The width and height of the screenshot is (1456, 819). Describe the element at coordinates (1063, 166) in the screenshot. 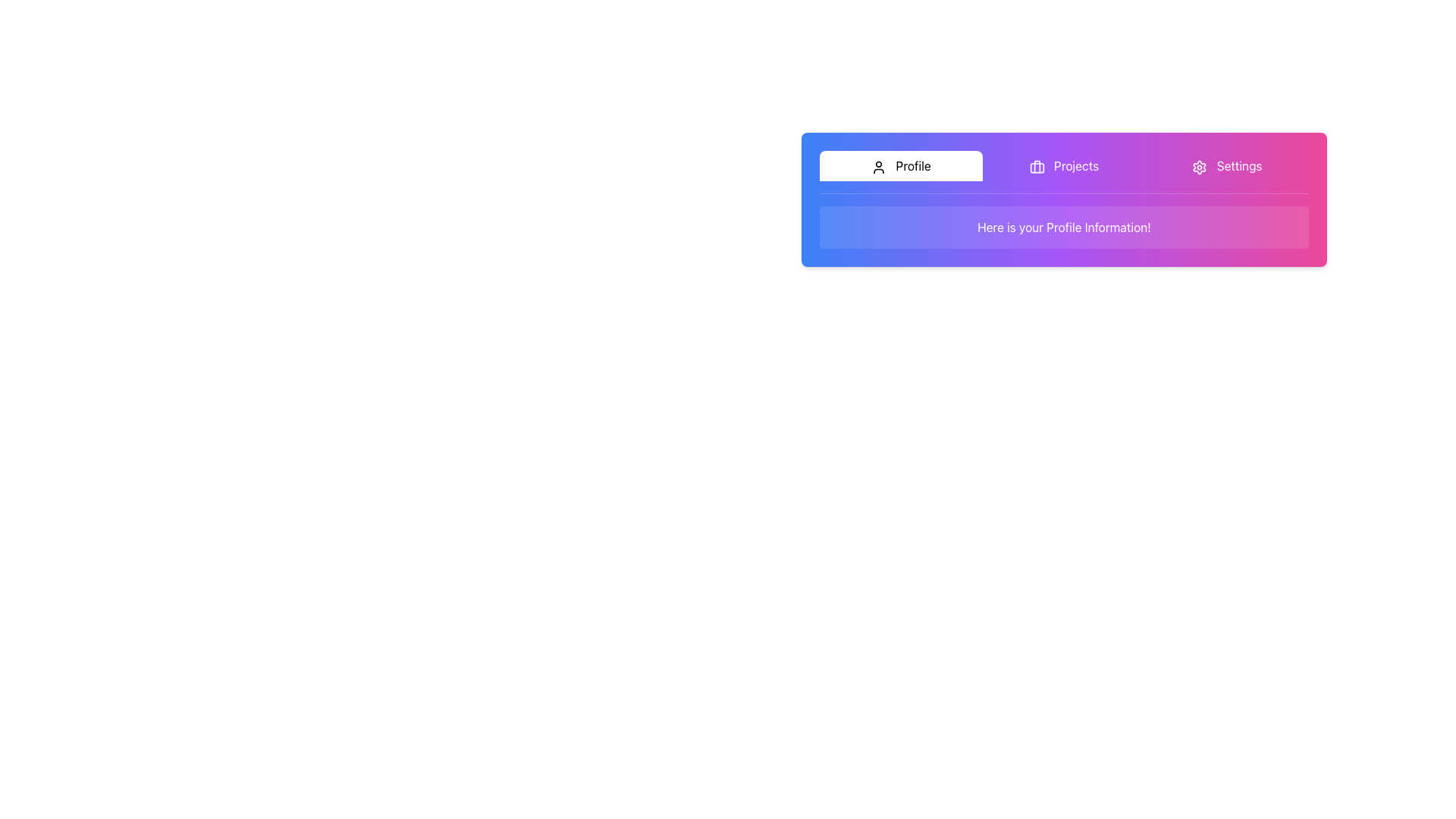

I see `the 'Projects' button, which is a rectangular button with rounded corners and a briefcase icon located in a menu` at that location.